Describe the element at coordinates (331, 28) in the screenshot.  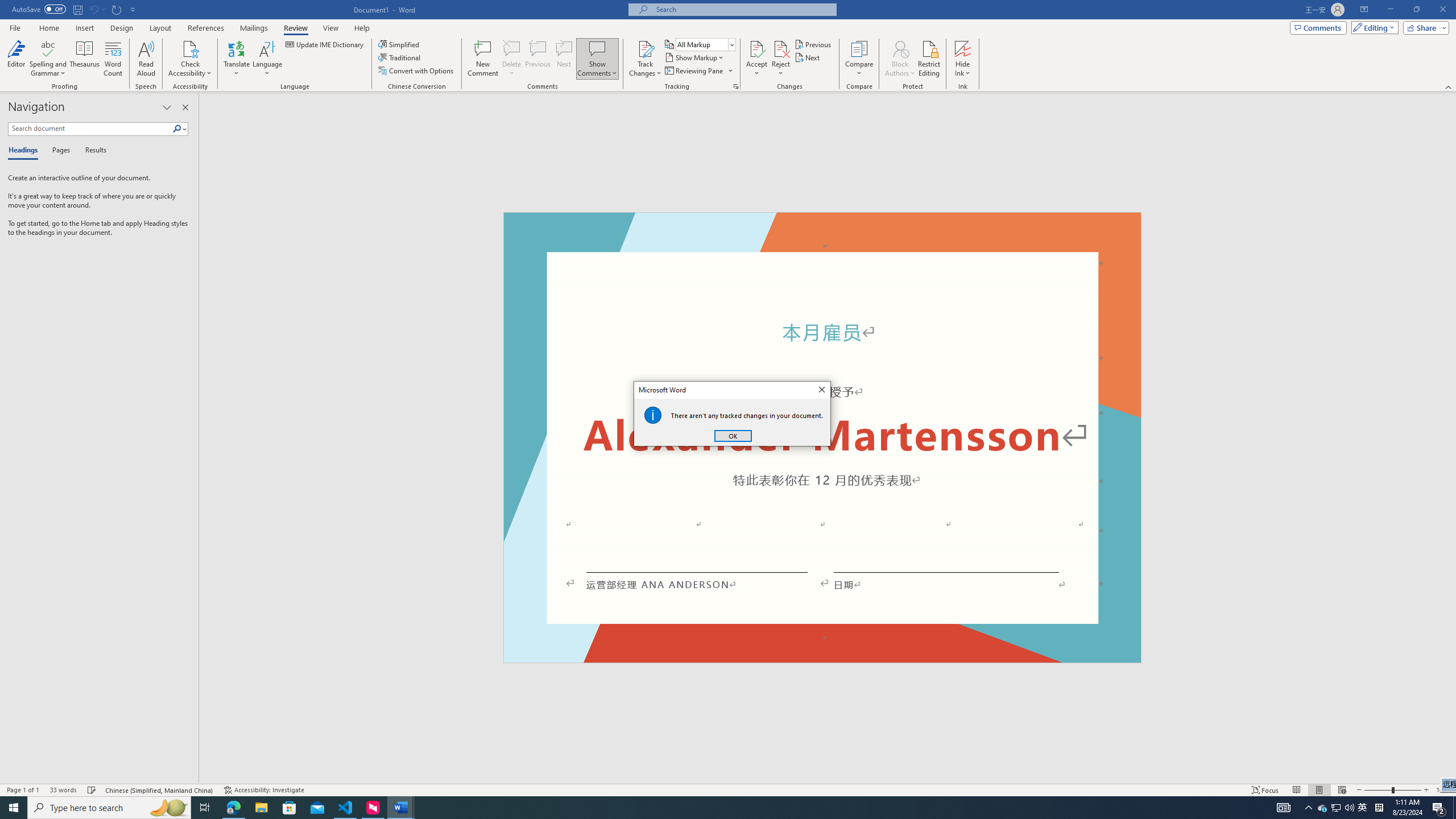
I see `'View'` at that location.